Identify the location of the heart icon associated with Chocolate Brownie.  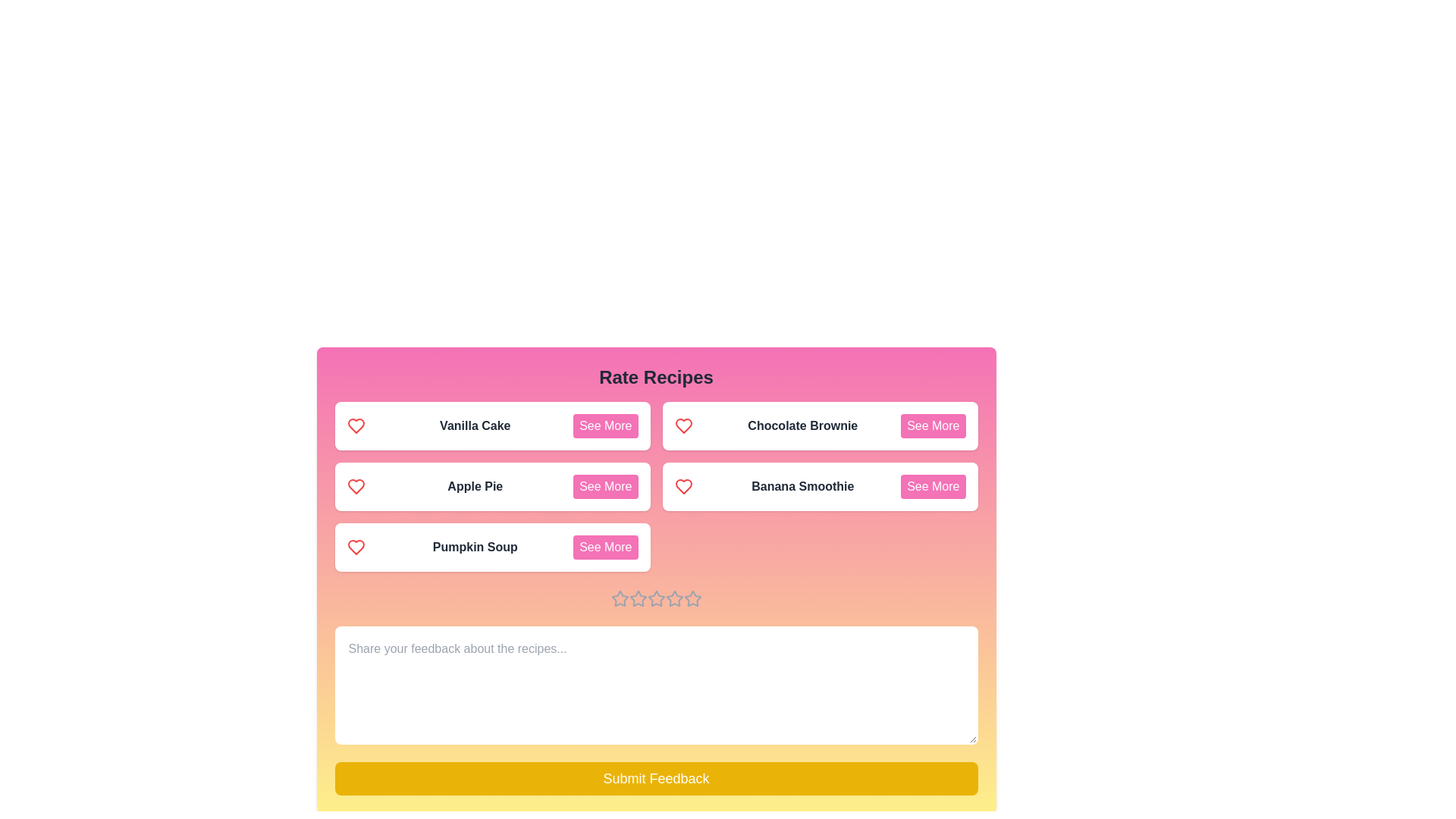
(682, 426).